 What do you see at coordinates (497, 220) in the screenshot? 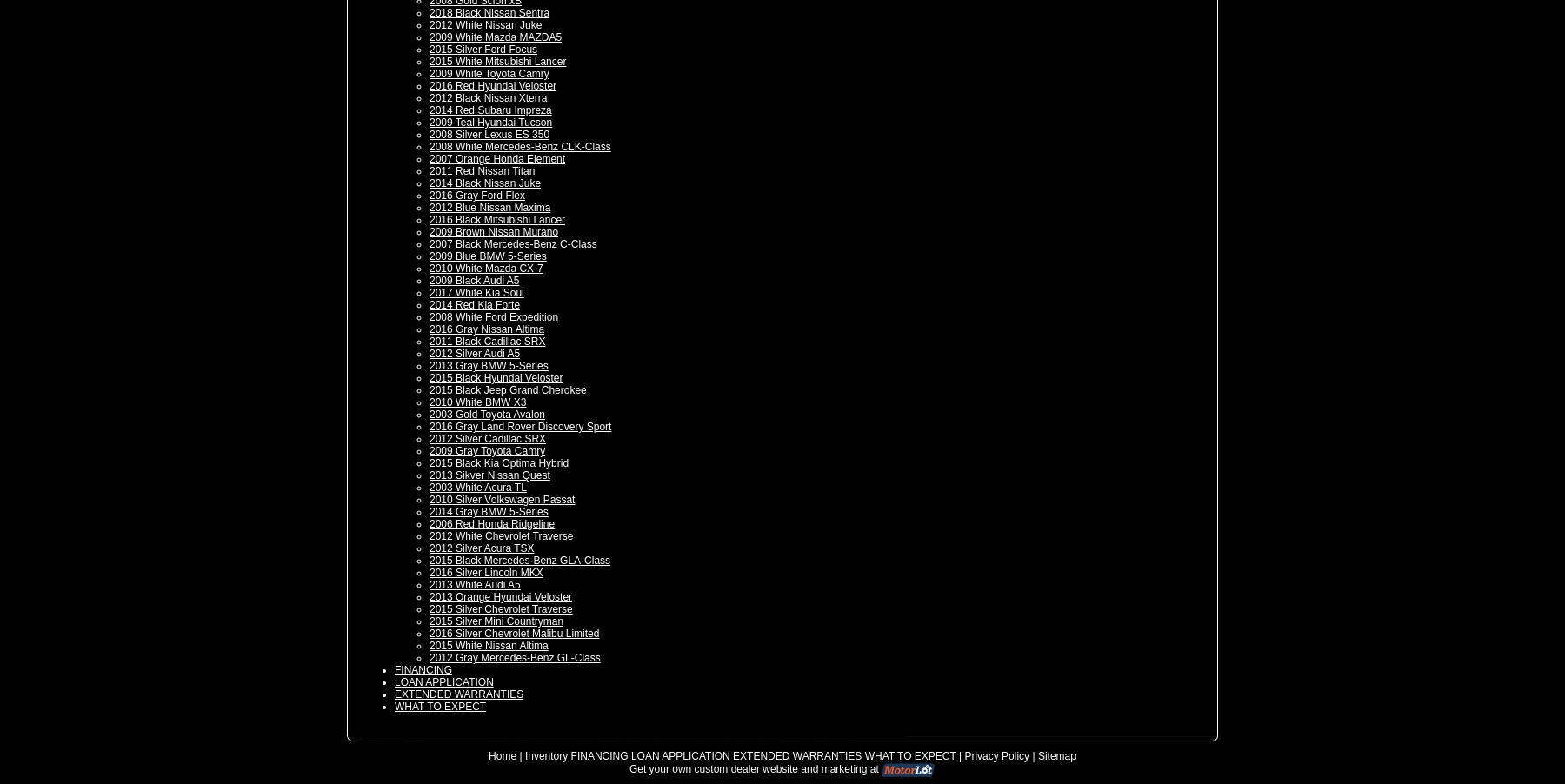
I see `'2016 Black Mitsubishi Lancer'` at bounding box center [497, 220].